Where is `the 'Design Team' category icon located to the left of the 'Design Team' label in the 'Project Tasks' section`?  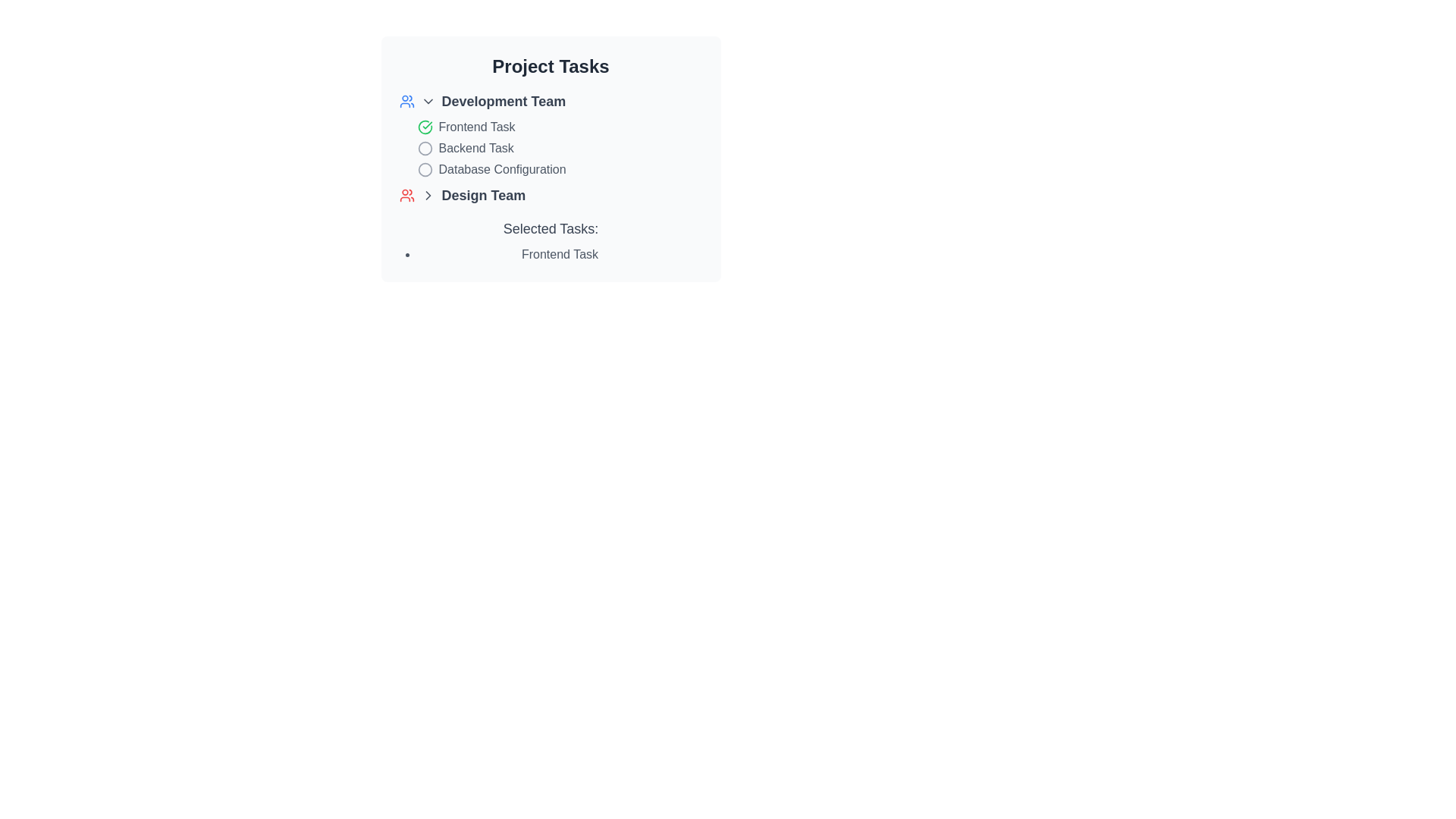 the 'Design Team' category icon located to the left of the 'Design Team' label in the 'Project Tasks' section is located at coordinates (406, 195).